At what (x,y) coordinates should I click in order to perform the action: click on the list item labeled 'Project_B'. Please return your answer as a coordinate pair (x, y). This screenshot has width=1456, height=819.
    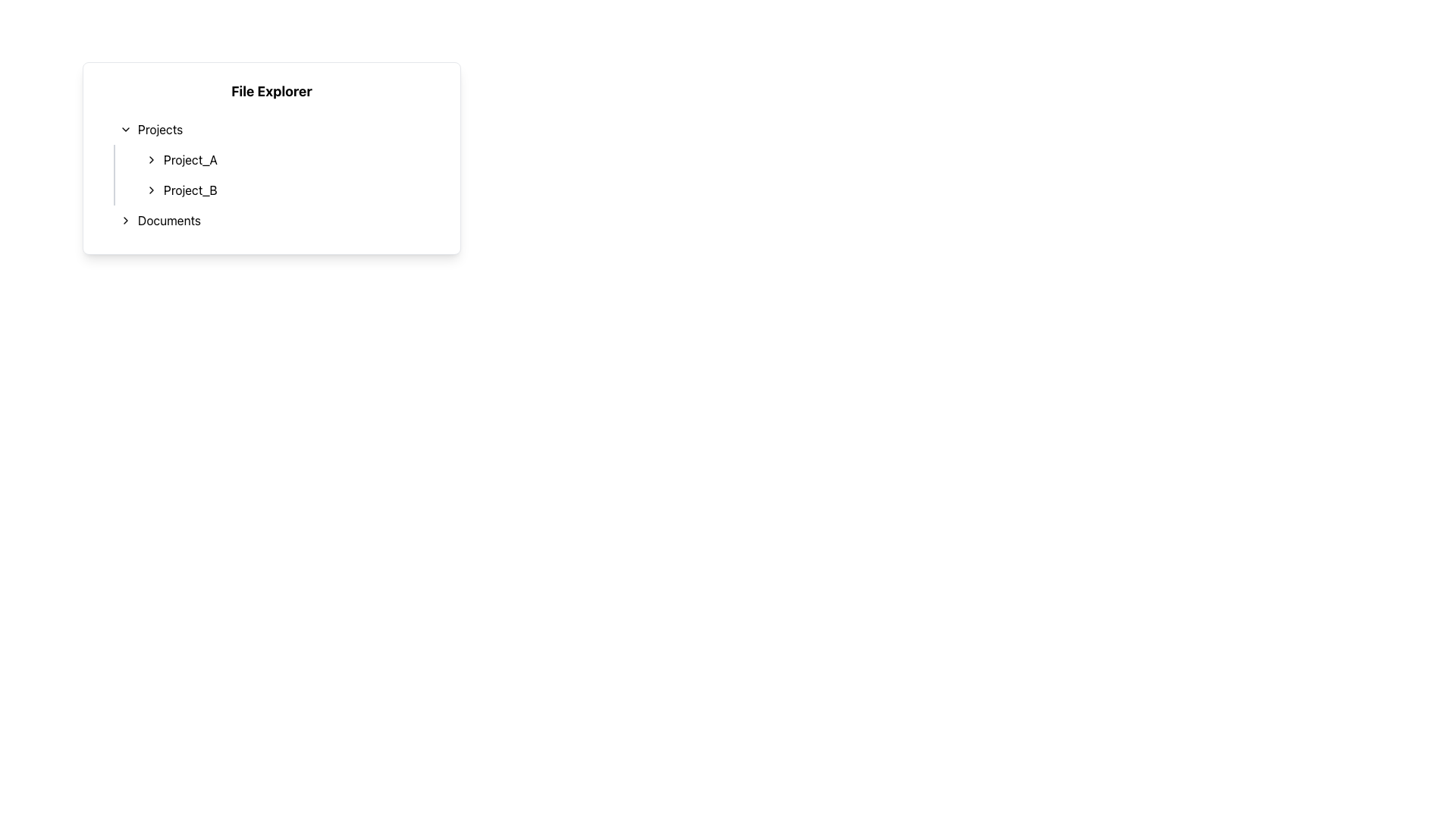
    Looking at the image, I should click on (284, 189).